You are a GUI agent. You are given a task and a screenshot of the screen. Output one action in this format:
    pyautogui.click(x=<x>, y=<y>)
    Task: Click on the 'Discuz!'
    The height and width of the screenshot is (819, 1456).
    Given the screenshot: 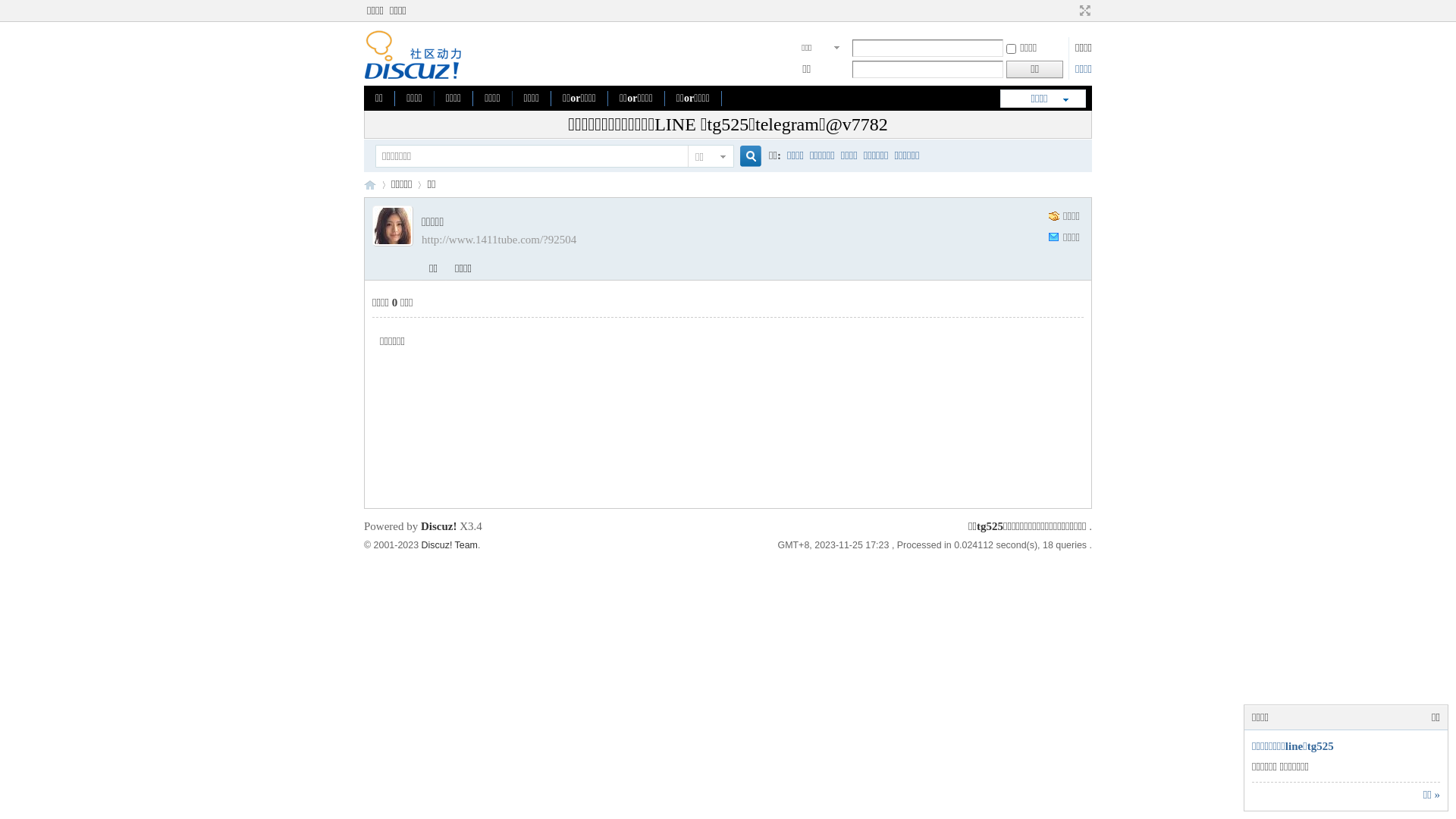 What is the action you would take?
    pyautogui.click(x=438, y=526)
    